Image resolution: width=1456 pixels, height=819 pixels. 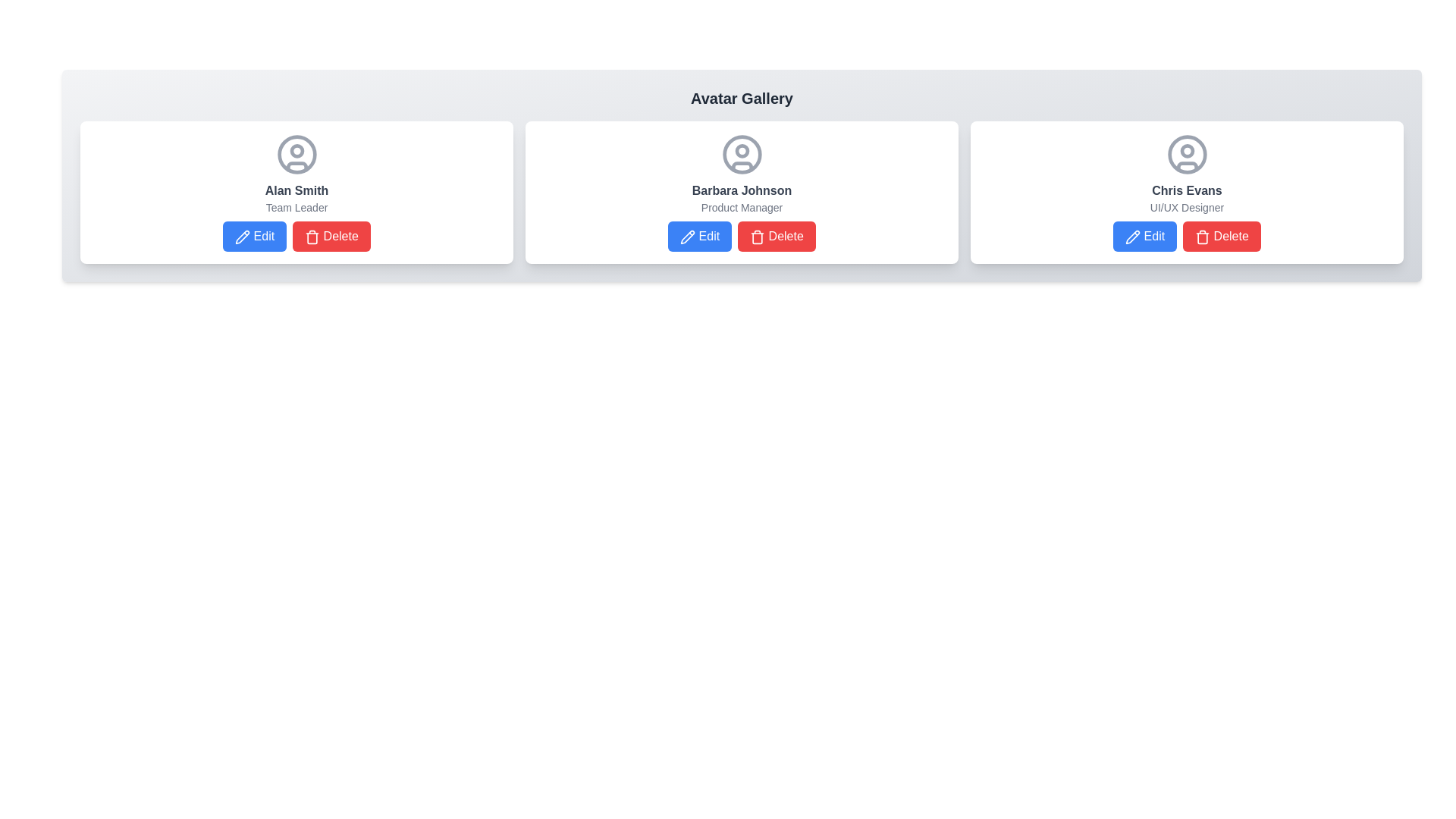 What do you see at coordinates (742, 207) in the screenshot?
I see `text content of the label that describes the user's role as 'Product Manager', located below the name 'Barbara Johnson' in the central user profile card` at bounding box center [742, 207].